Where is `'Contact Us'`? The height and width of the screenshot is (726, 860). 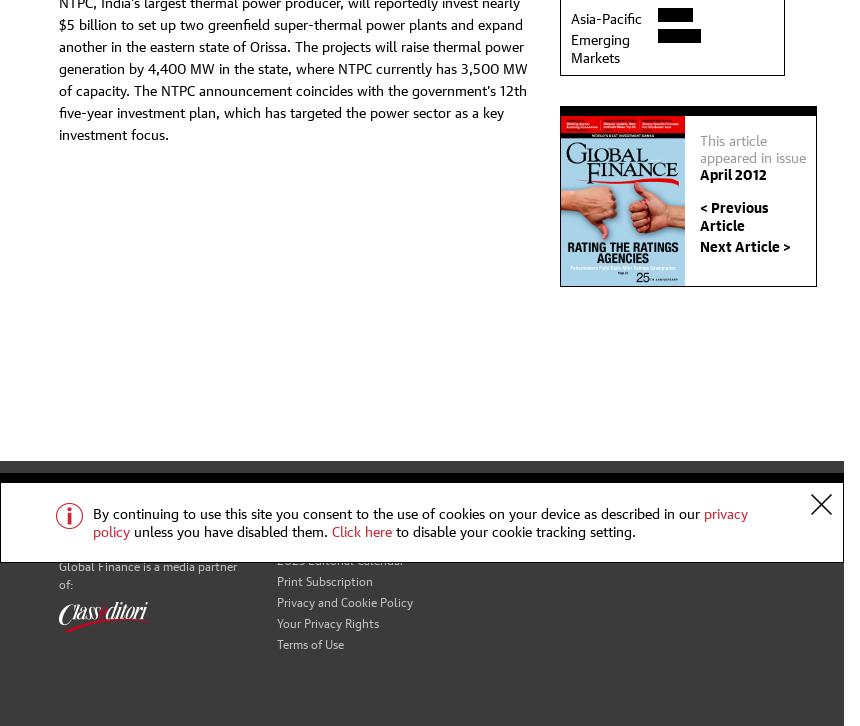 'Contact Us' is located at coordinates (304, 494).